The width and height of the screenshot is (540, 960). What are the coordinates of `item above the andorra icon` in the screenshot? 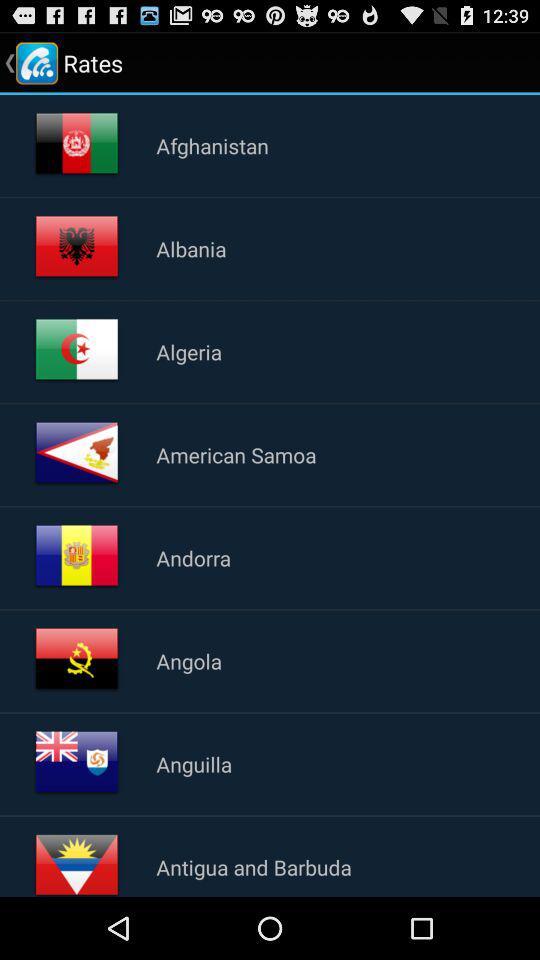 It's located at (235, 454).